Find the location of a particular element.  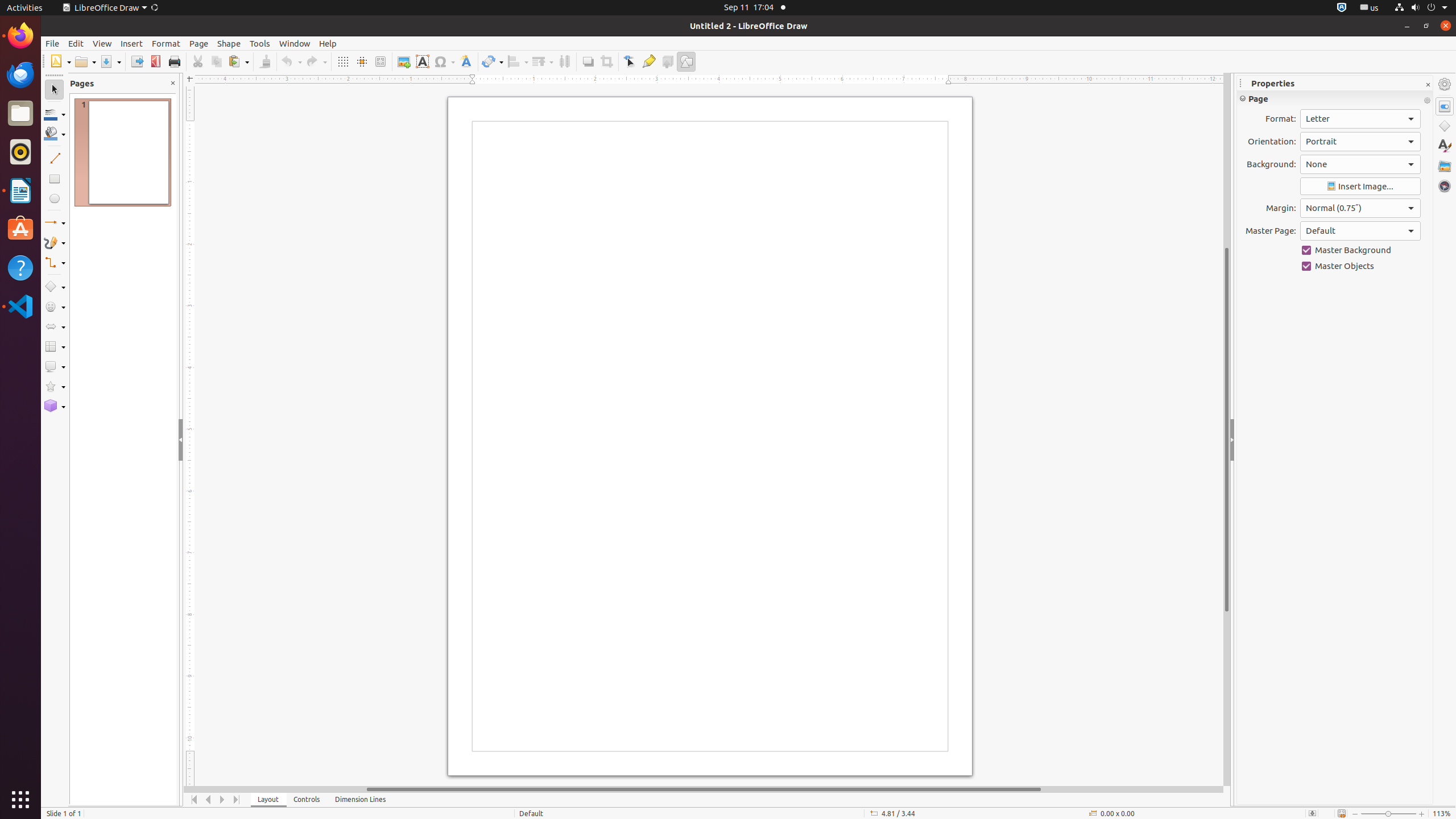

'Draw Functions' is located at coordinates (686, 61).